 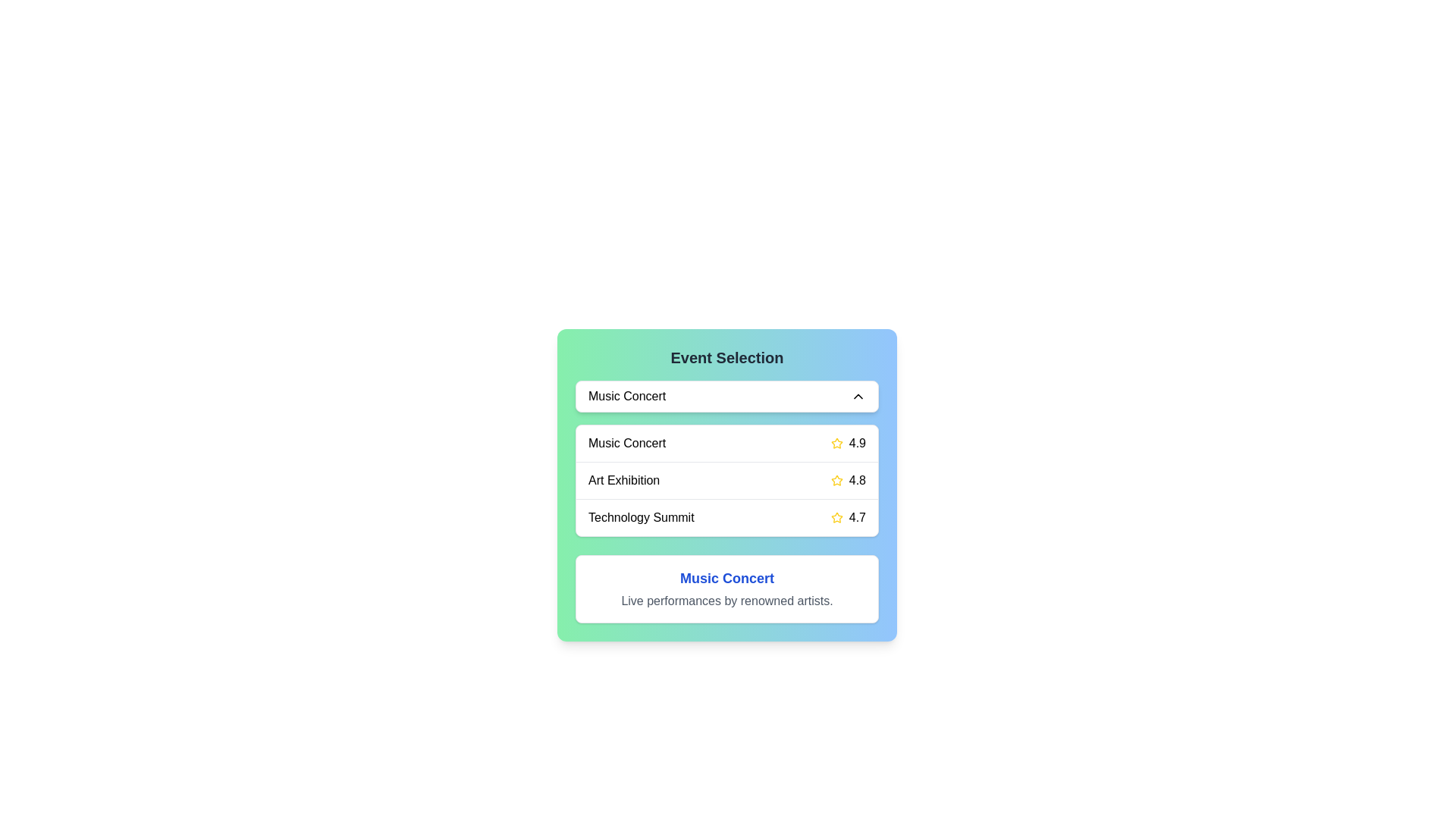 What do you see at coordinates (726, 579) in the screenshot?
I see `title text element that serves as the main heading, positioned above the text 'Live performances by renowned artists.'` at bounding box center [726, 579].